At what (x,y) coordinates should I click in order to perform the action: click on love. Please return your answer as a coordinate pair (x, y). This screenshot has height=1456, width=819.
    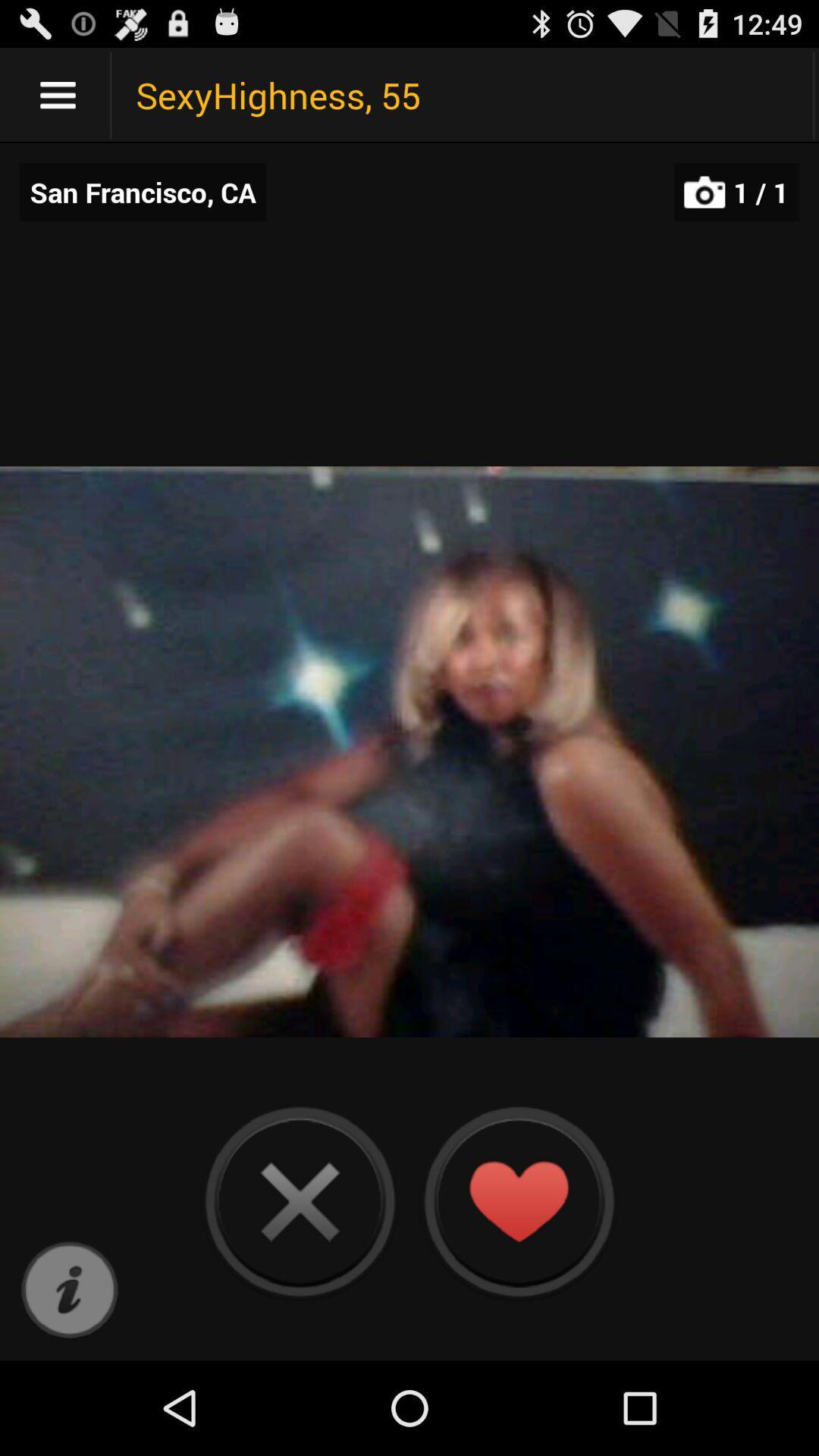
    Looking at the image, I should click on (517, 1200).